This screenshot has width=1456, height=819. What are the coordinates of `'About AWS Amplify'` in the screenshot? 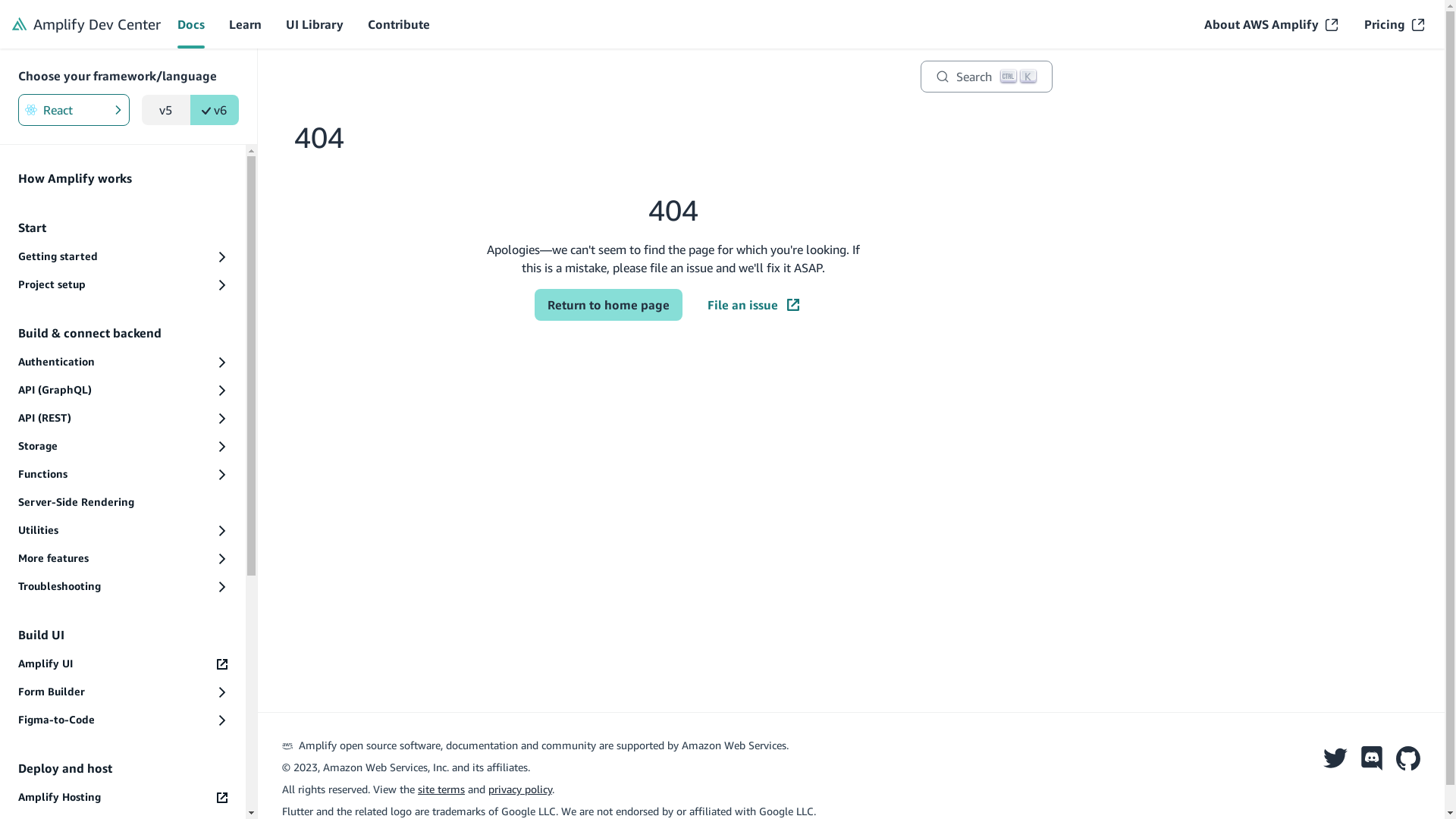 It's located at (1194, 24).